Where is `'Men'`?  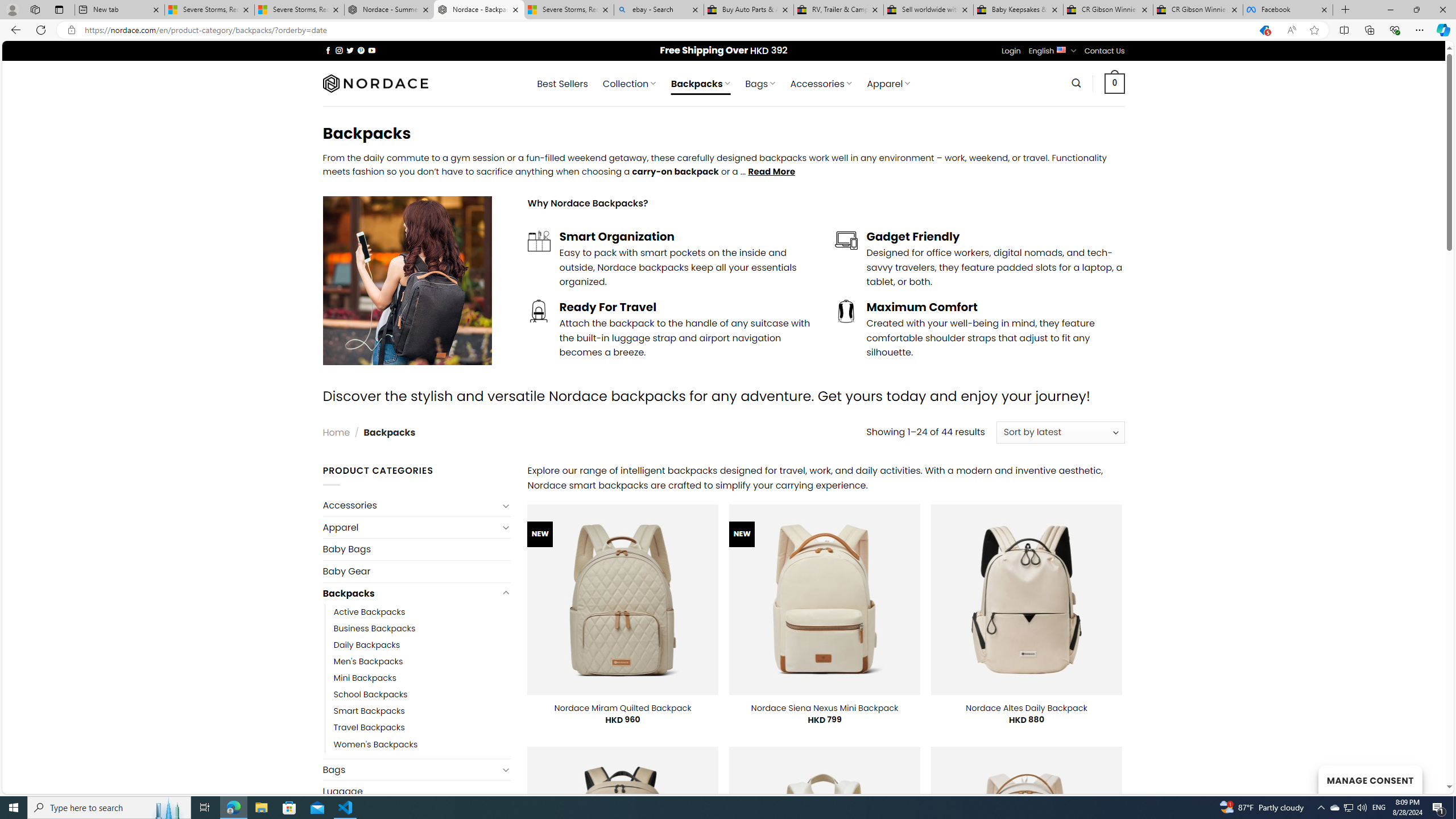 'Men' is located at coordinates (368, 662).